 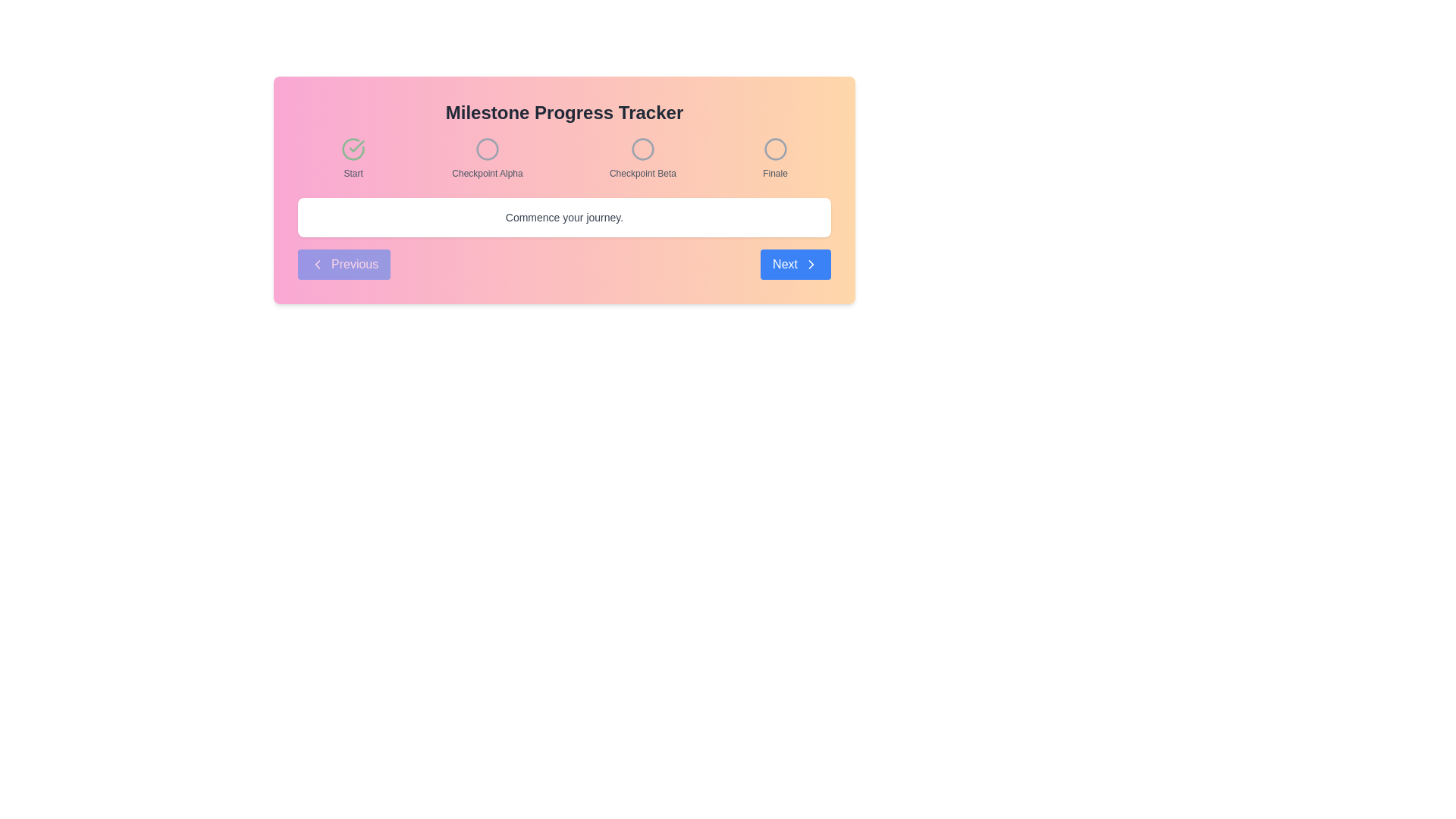 I want to click on the animation of the completion icon representing the 'Start' milestone, which is the first item in the milestone series displayed above the 'Start' label, so click(x=353, y=149).